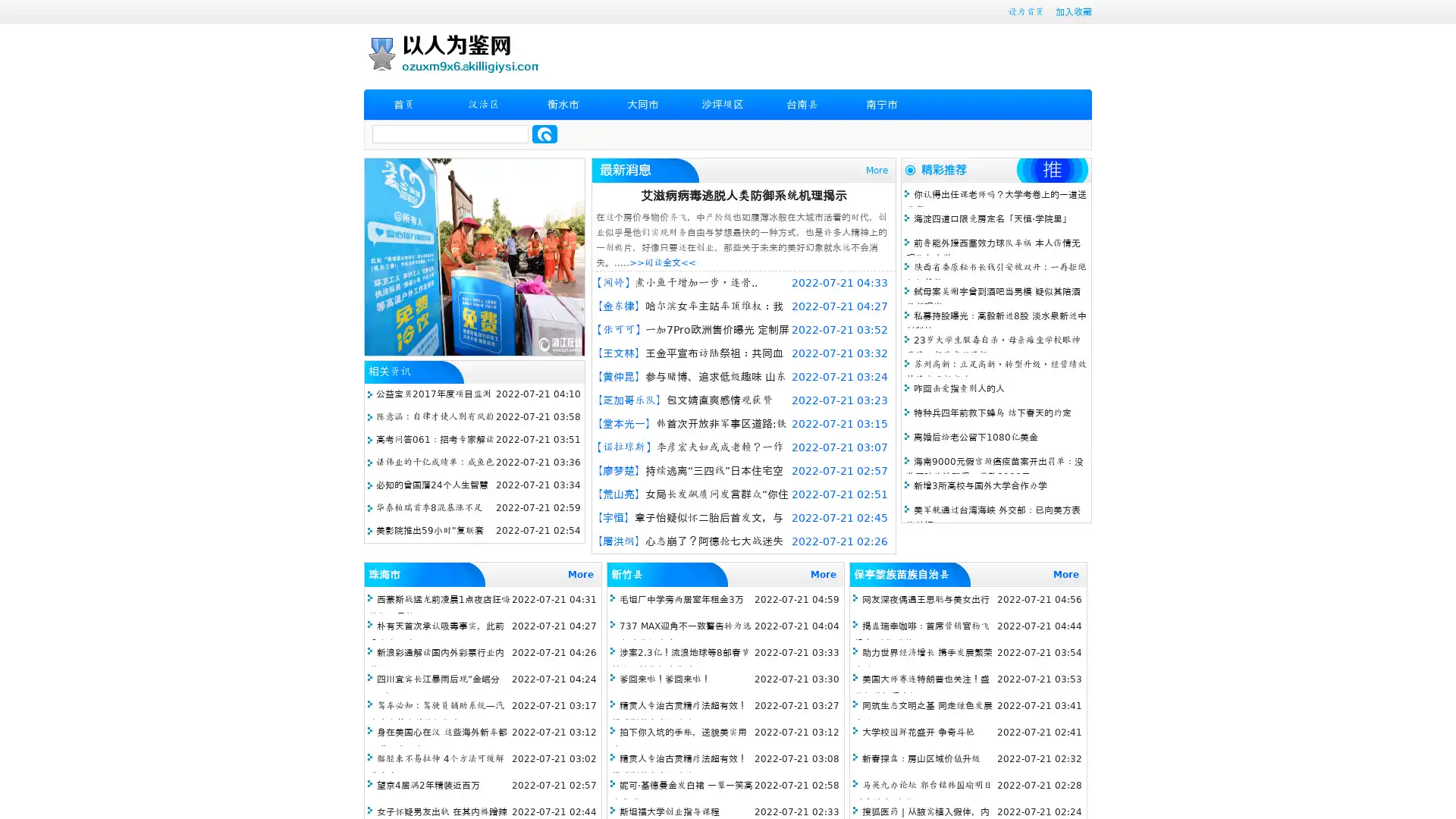  I want to click on Search, so click(544, 133).